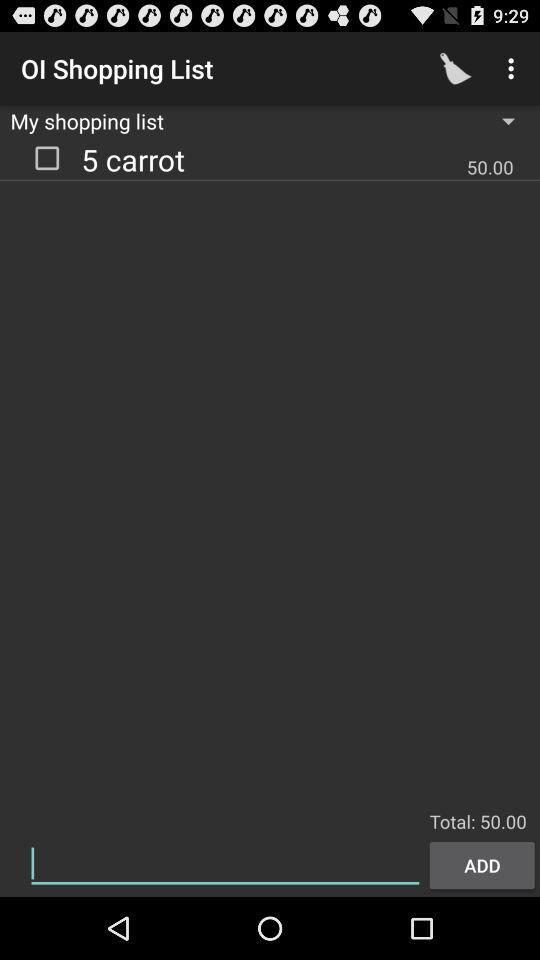  Describe the element at coordinates (224, 863) in the screenshot. I see `type the message` at that location.